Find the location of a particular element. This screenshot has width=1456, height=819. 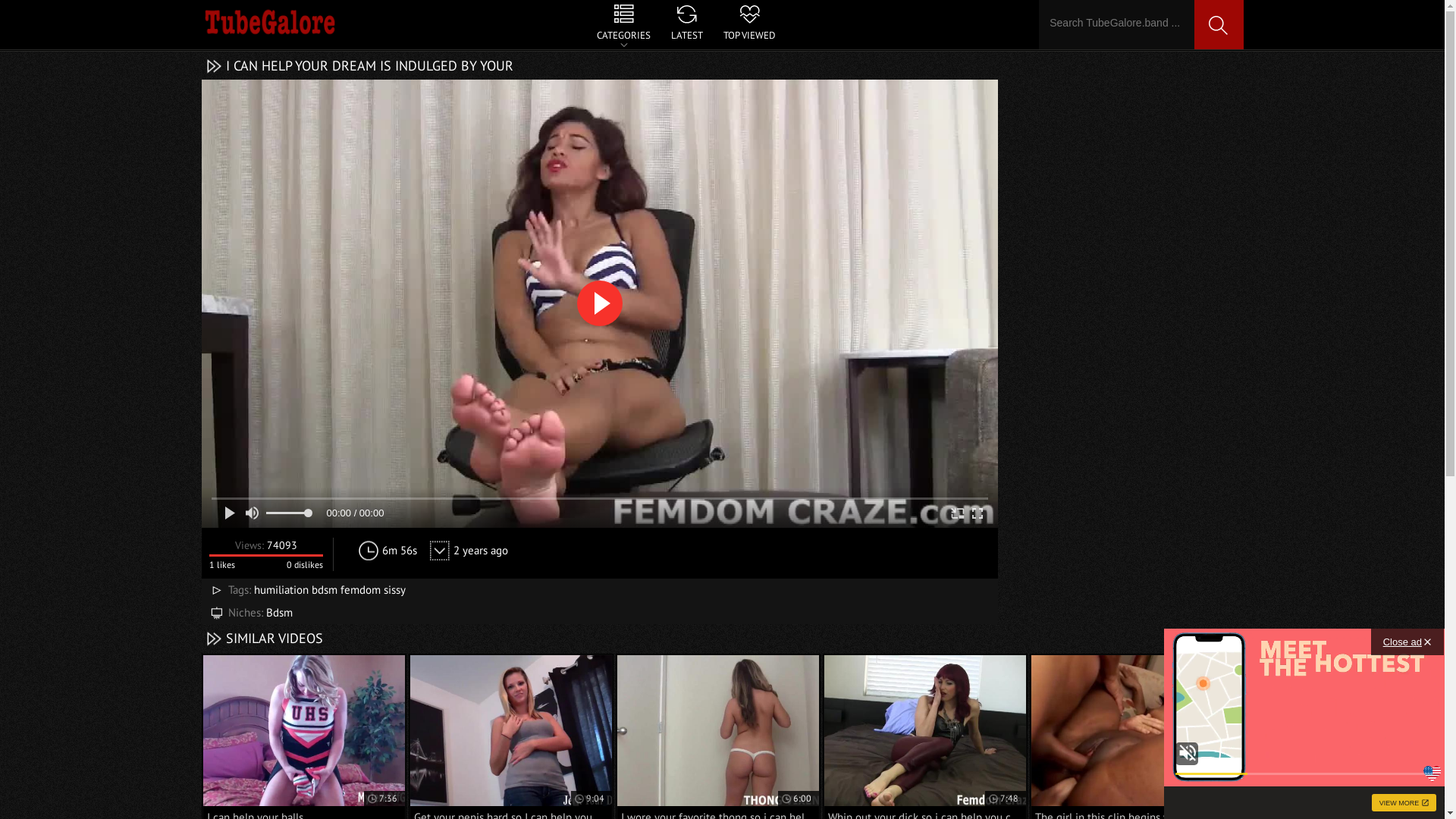

'TOP VIEWED' is located at coordinates (749, 24).